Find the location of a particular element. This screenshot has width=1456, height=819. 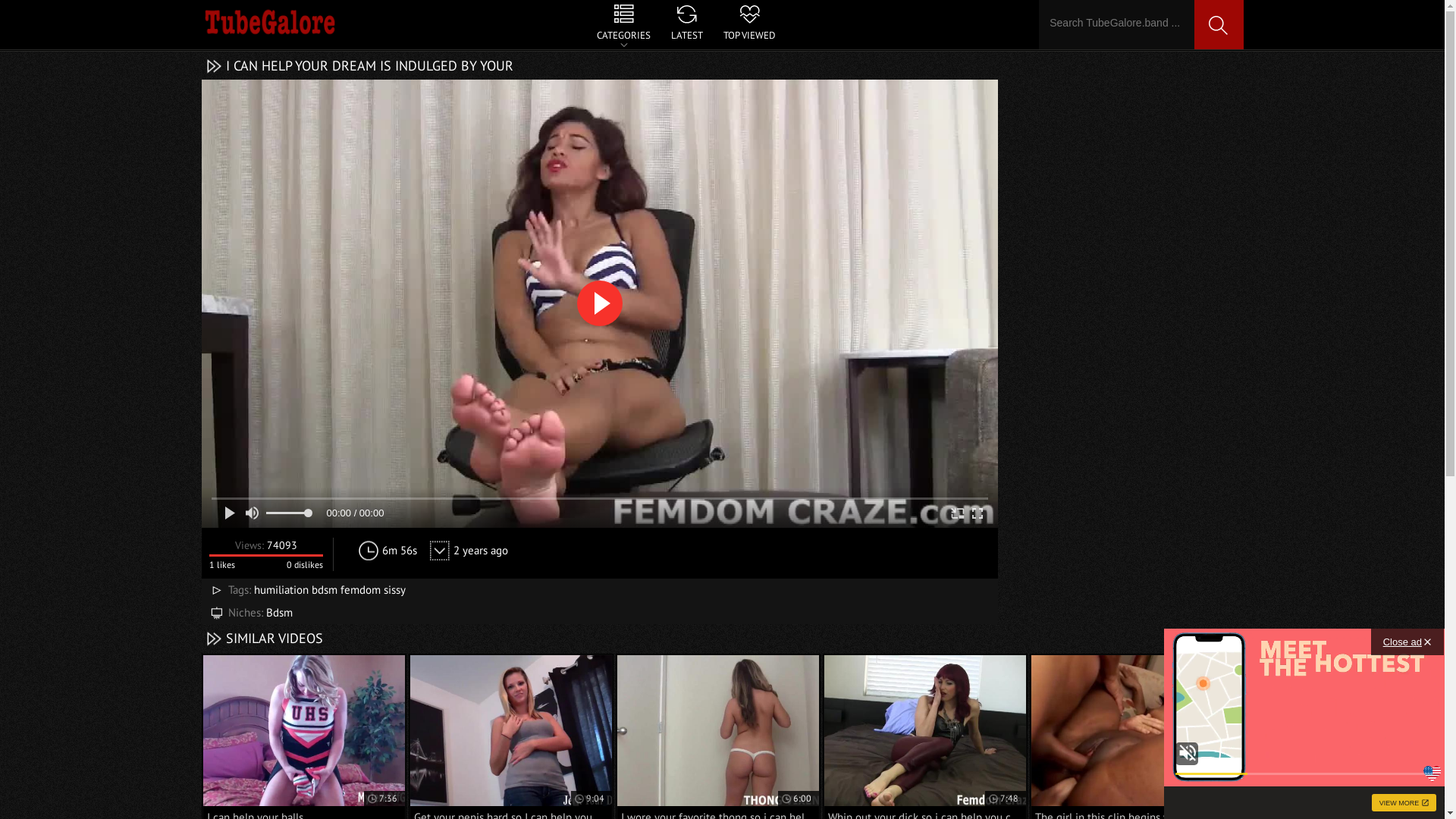

'TOP VIEWED' is located at coordinates (749, 24).